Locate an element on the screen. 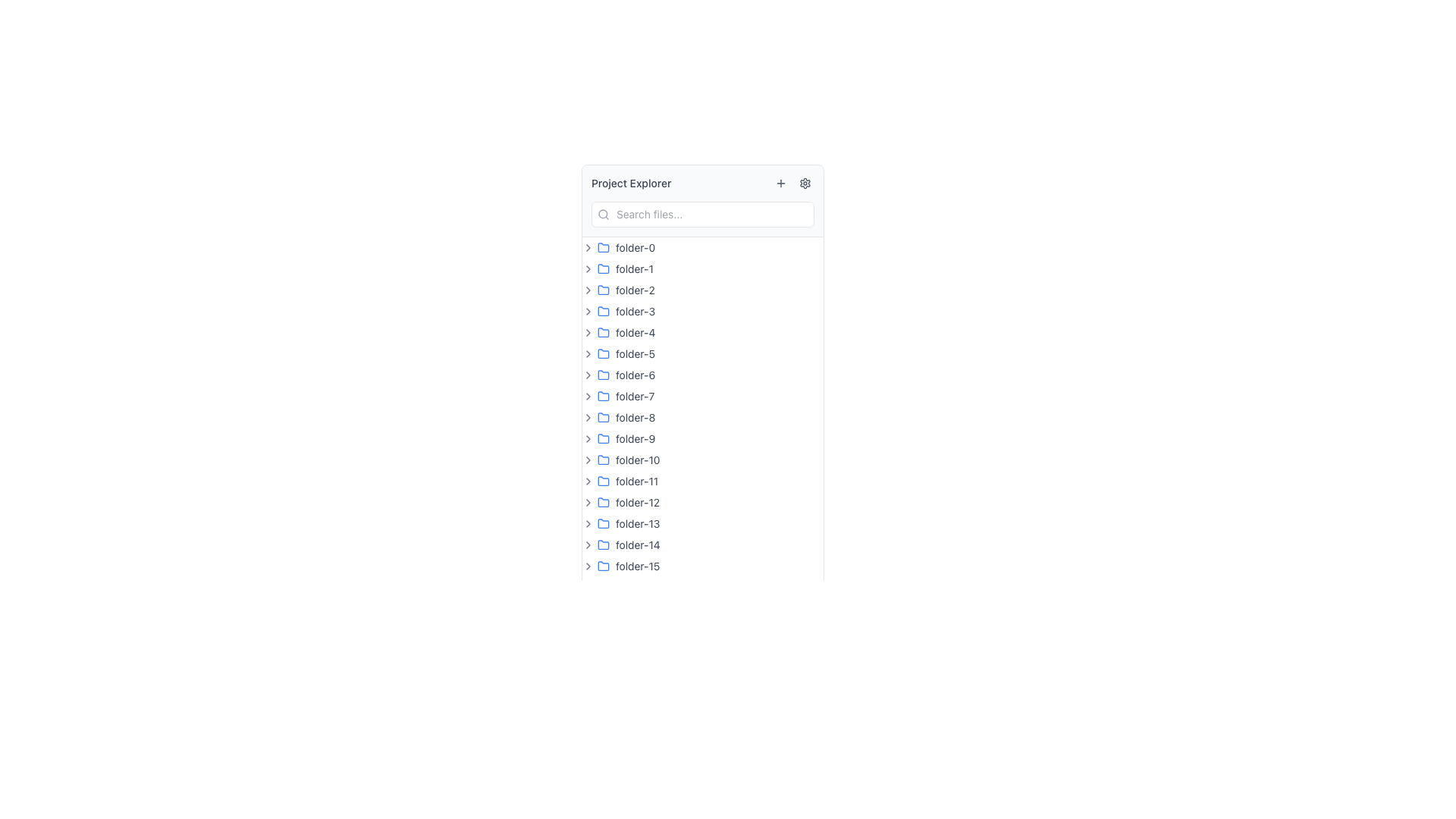 The height and width of the screenshot is (819, 1456). the Circle shape within the SVG that is part of the search icon, located at the top left side of the search bar is located at coordinates (602, 214).